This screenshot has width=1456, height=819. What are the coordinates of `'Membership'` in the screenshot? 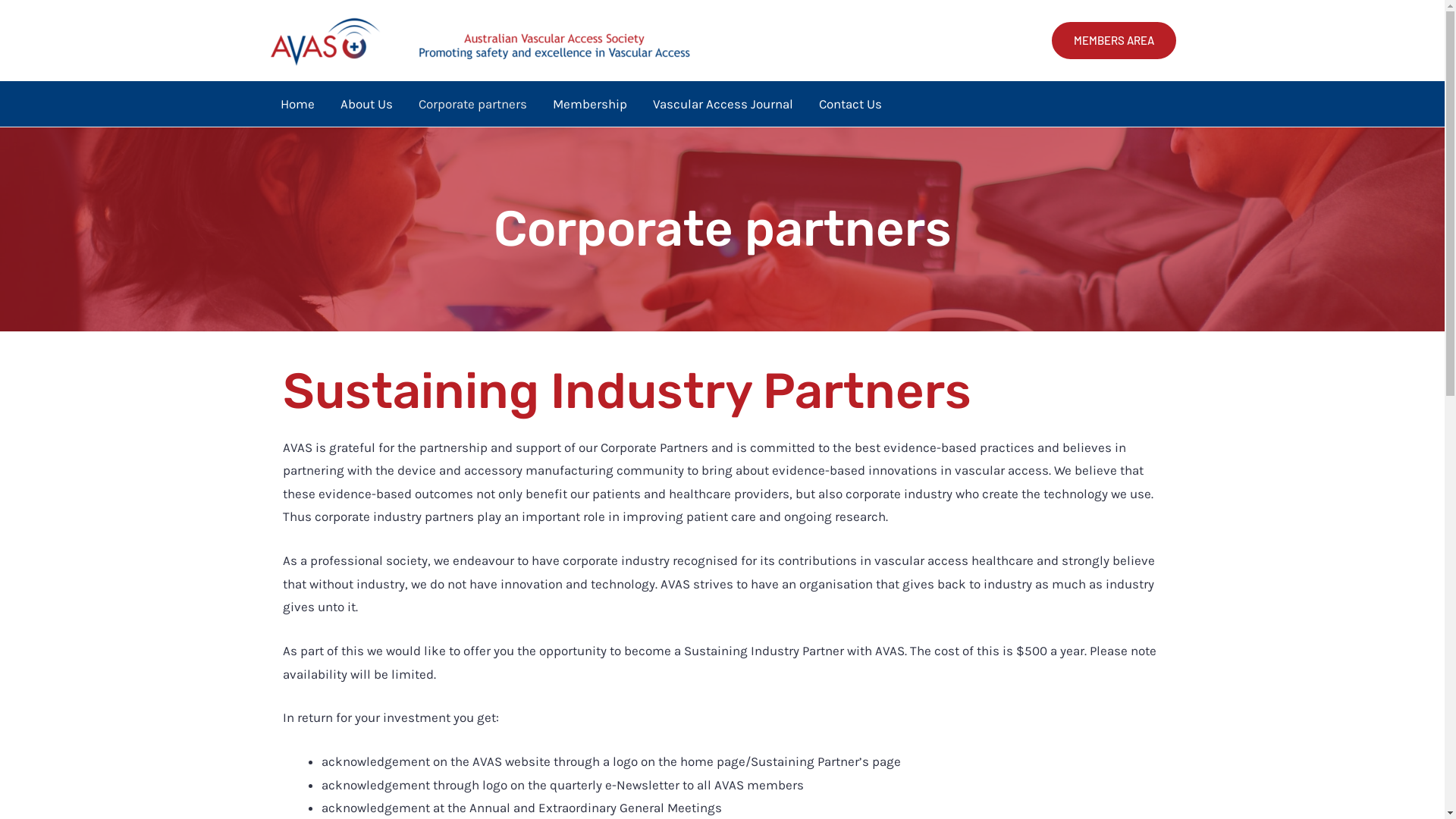 It's located at (588, 103).